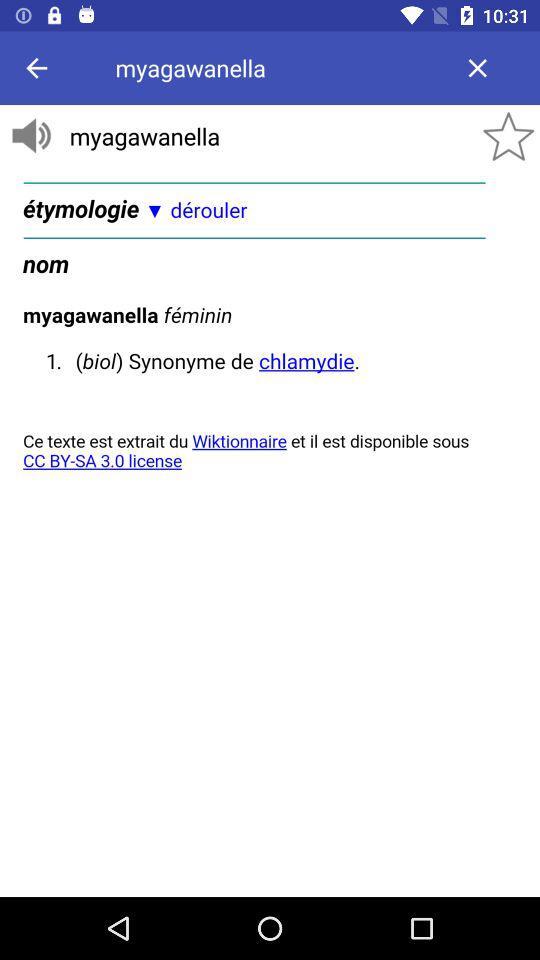 The width and height of the screenshot is (540, 960). Describe the element at coordinates (508, 135) in the screenshot. I see `the star icon` at that location.